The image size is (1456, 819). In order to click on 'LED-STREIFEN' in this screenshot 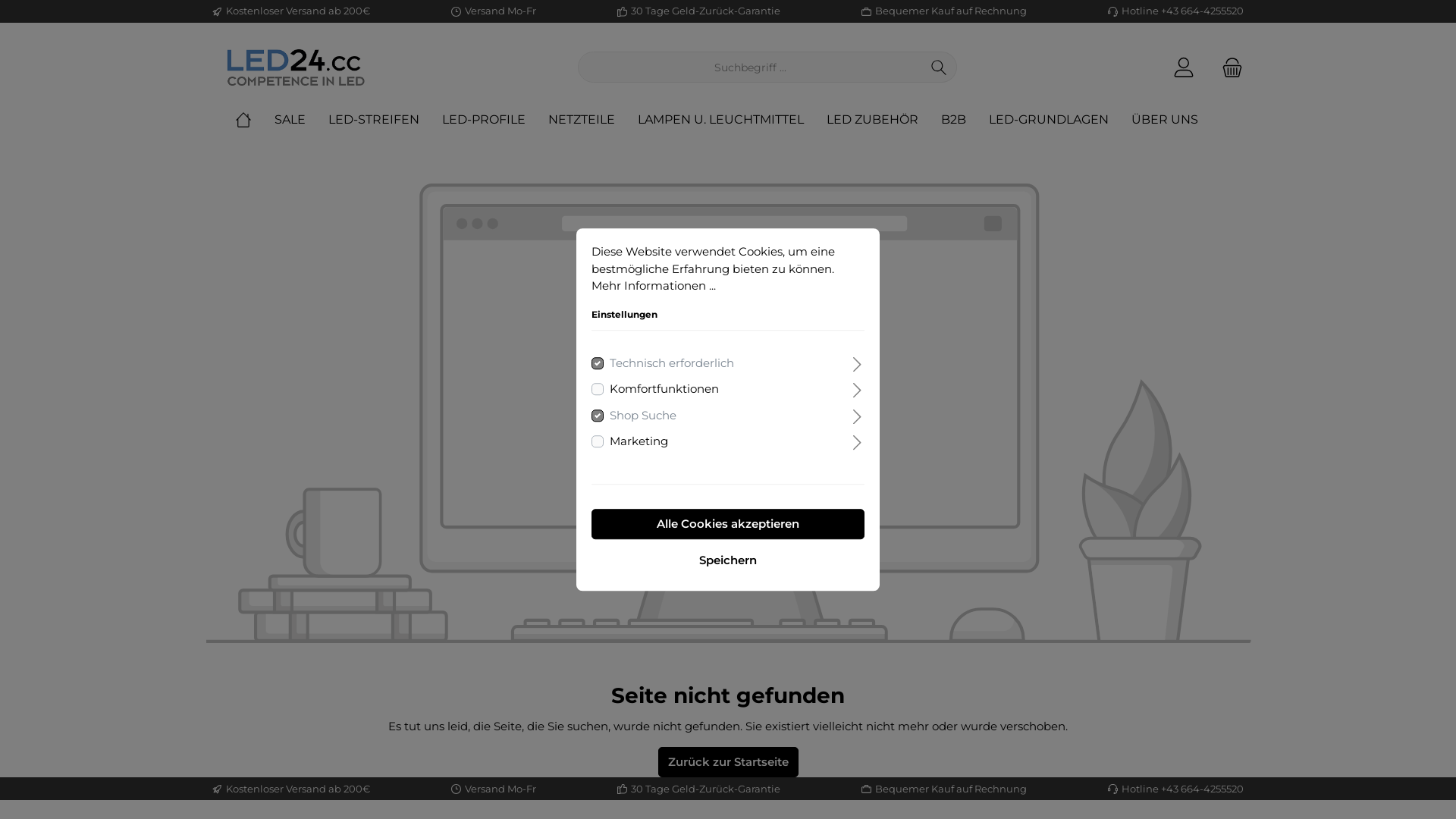, I will do `click(327, 119)`.